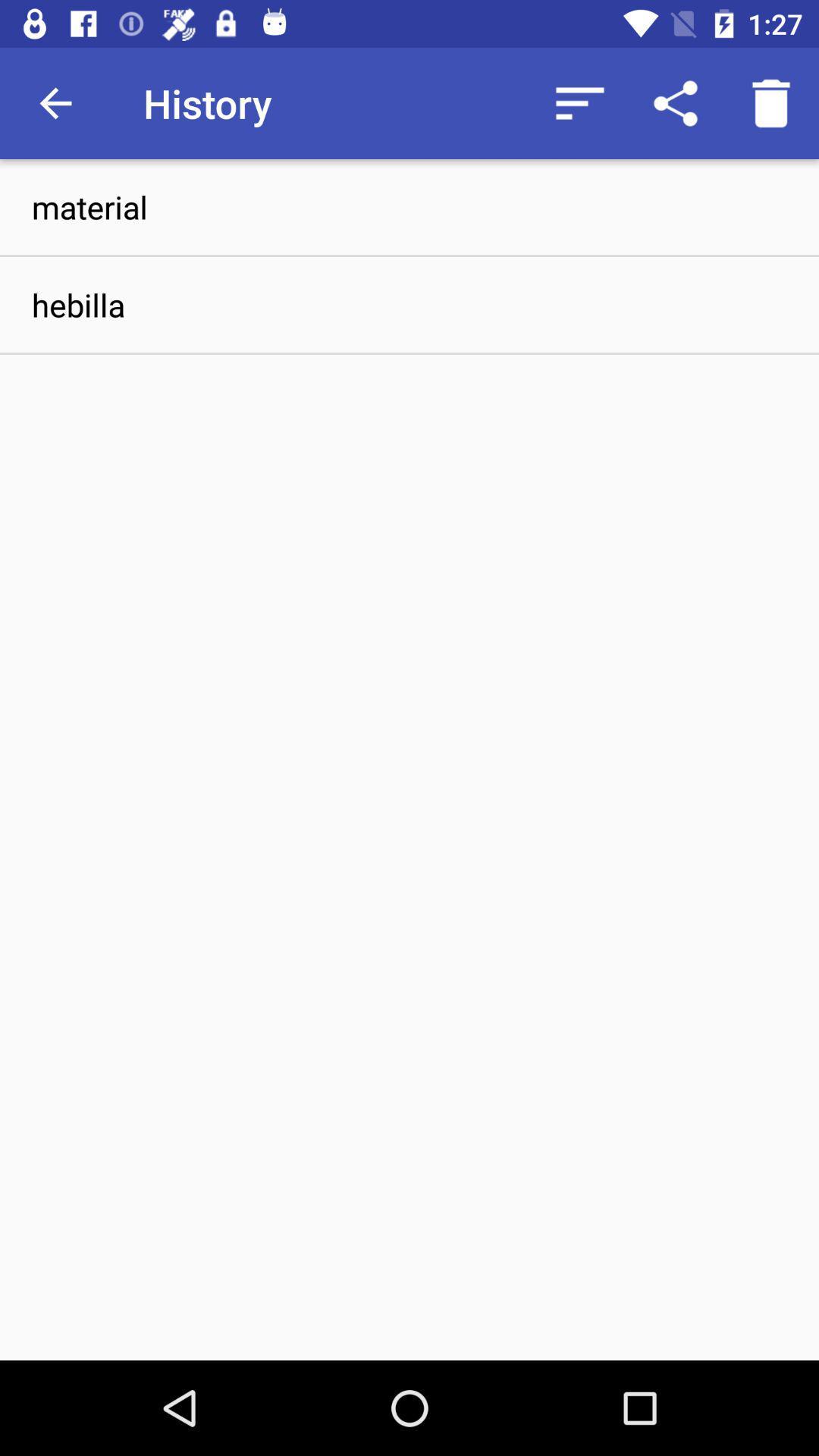 The width and height of the screenshot is (819, 1456). Describe the element at coordinates (579, 102) in the screenshot. I see `icon above material` at that location.